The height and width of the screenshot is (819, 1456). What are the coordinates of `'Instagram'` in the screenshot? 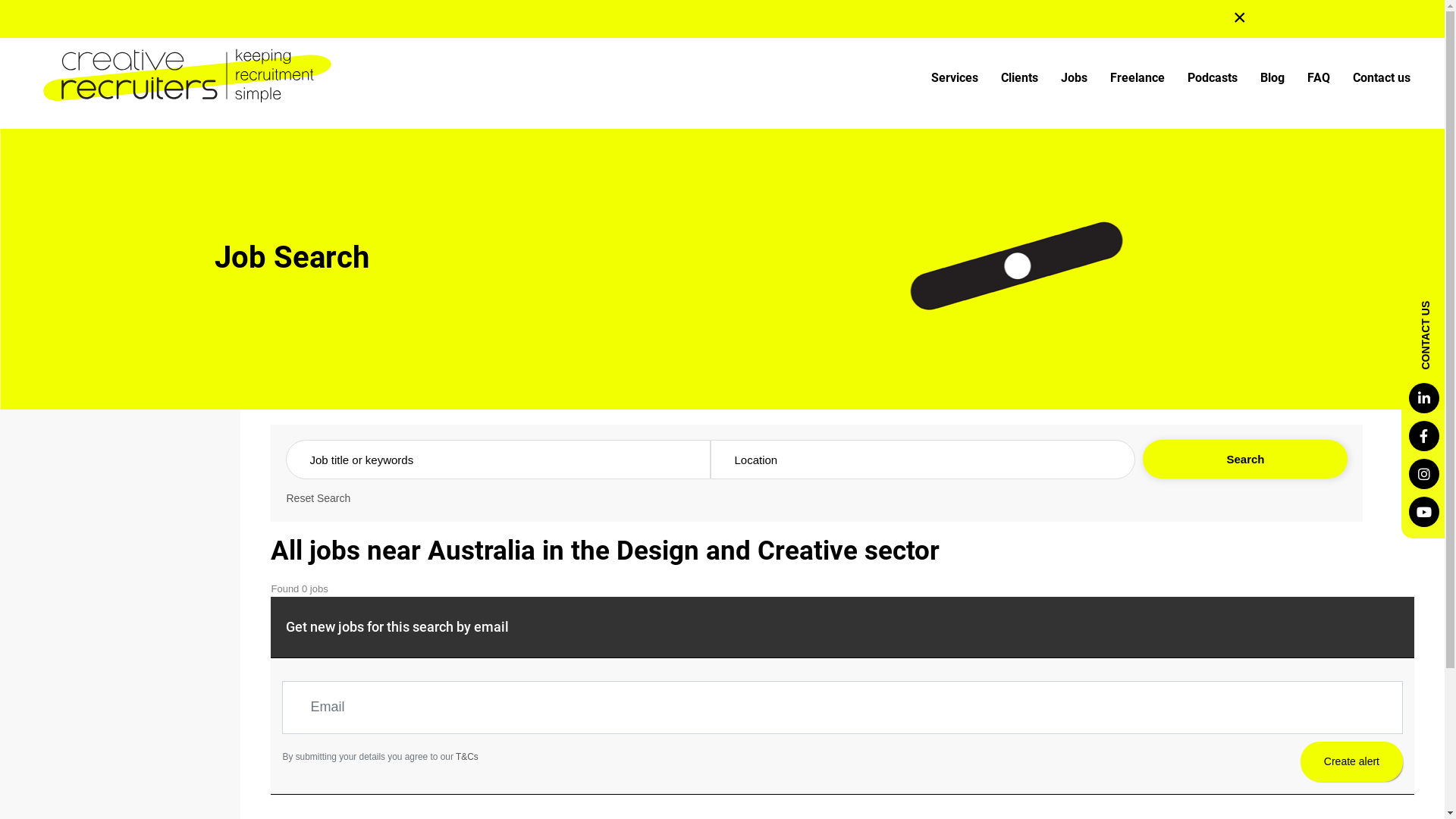 It's located at (1407, 472).